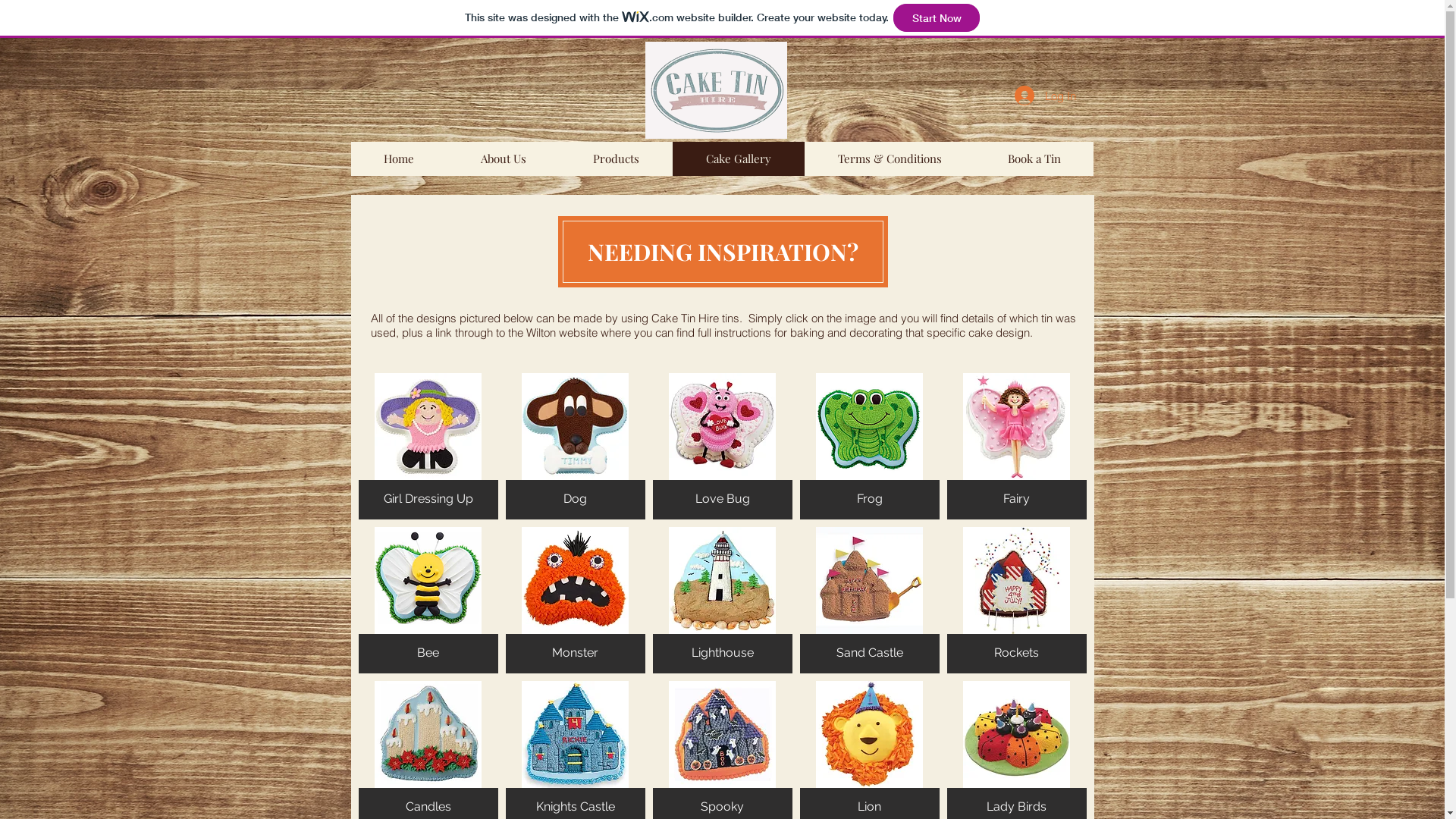  I want to click on 'Terms & Conditions', so click(888, 158).